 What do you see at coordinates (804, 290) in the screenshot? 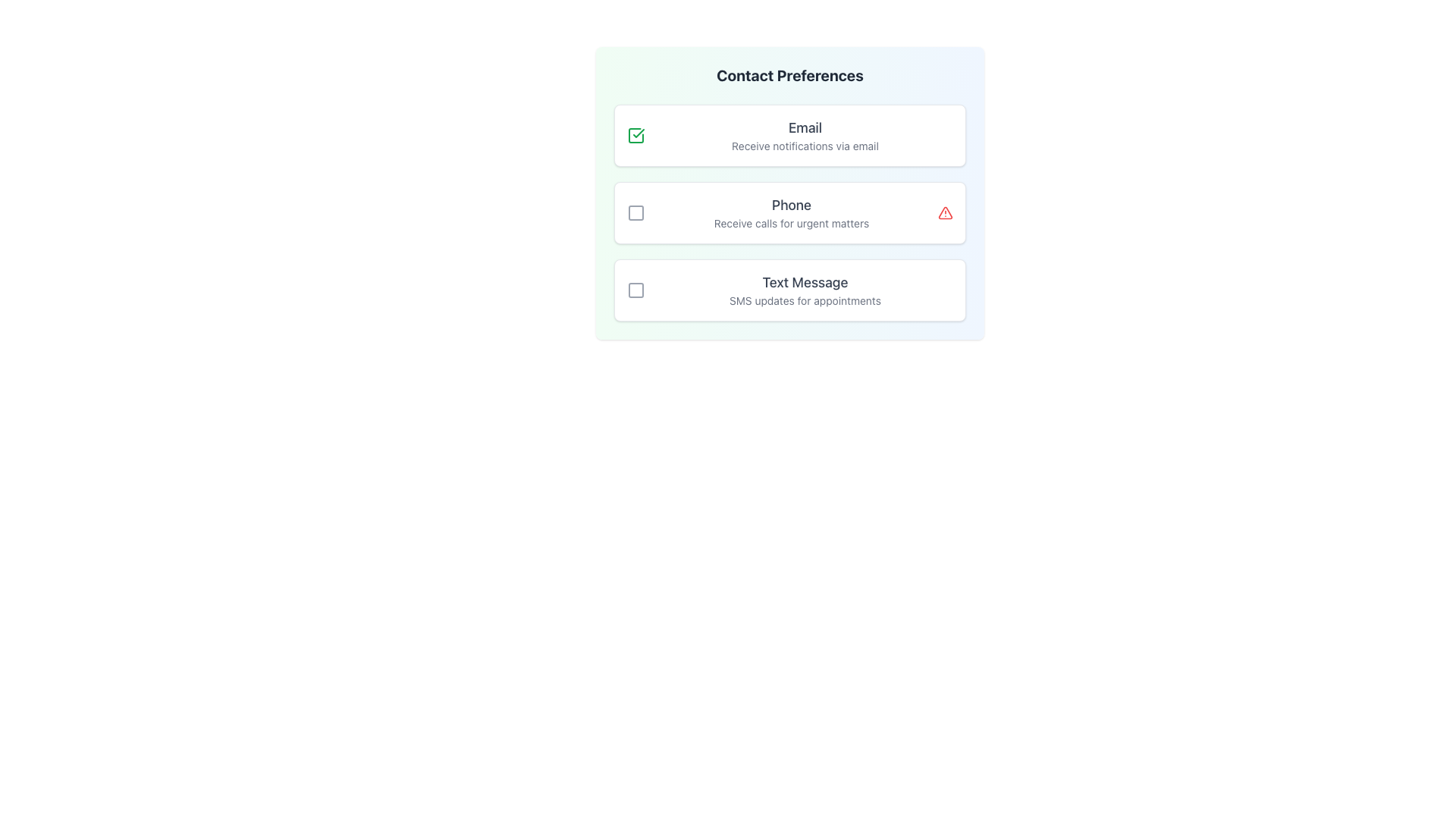
I see `the informational Text Label regarding SMS updates for appointments, which is located below the 'Phone' component in the 'Contact Preferences' section` at bounding box center [804, 290].